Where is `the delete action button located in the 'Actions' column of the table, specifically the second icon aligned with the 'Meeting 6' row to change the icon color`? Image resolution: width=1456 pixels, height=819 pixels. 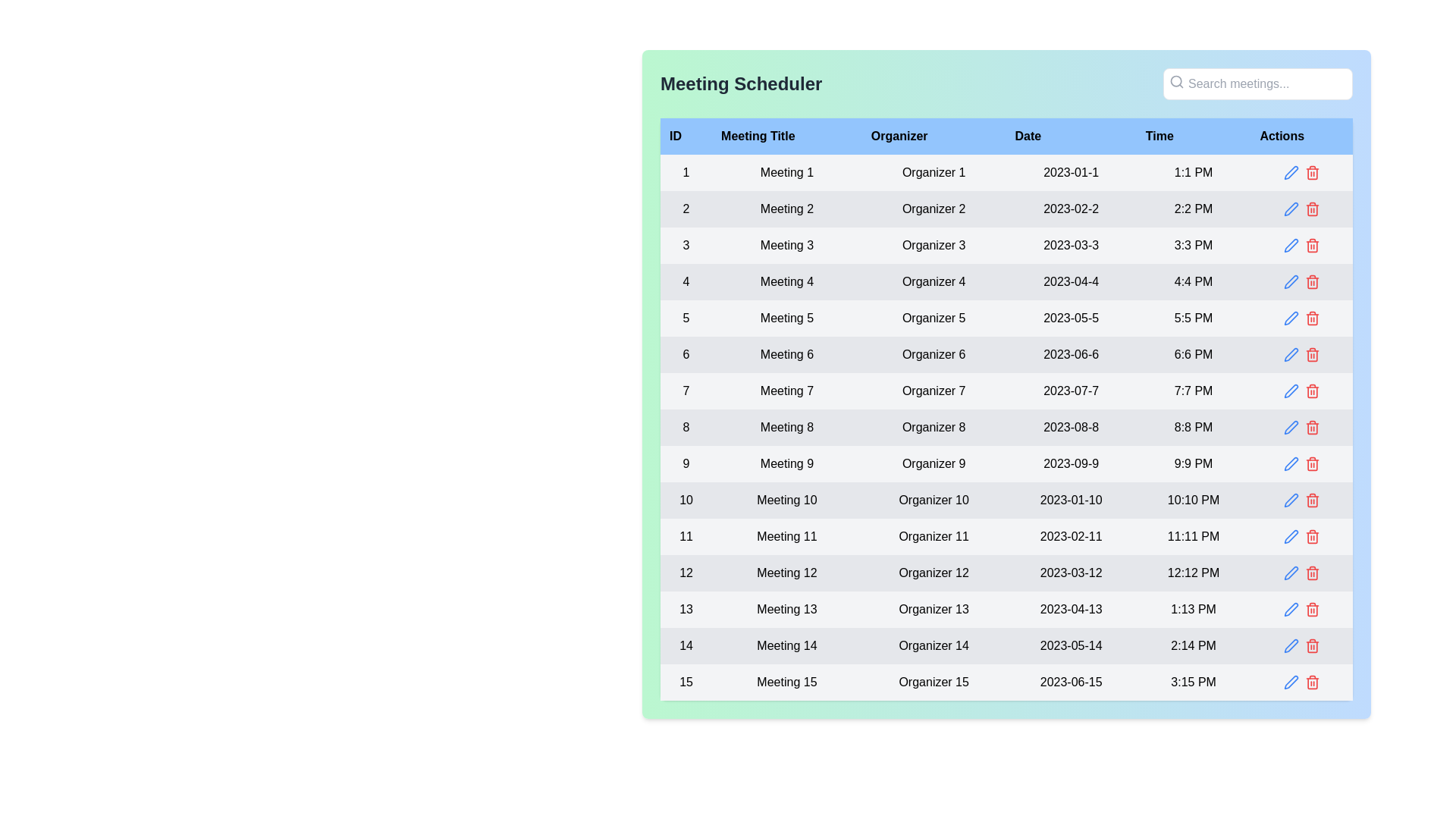
the delete action button located in the 'Actions' column of the table, specifically the second icon aligned with the 'Meeting 6' row to change the icon color is located at coordinates (1311, 354).